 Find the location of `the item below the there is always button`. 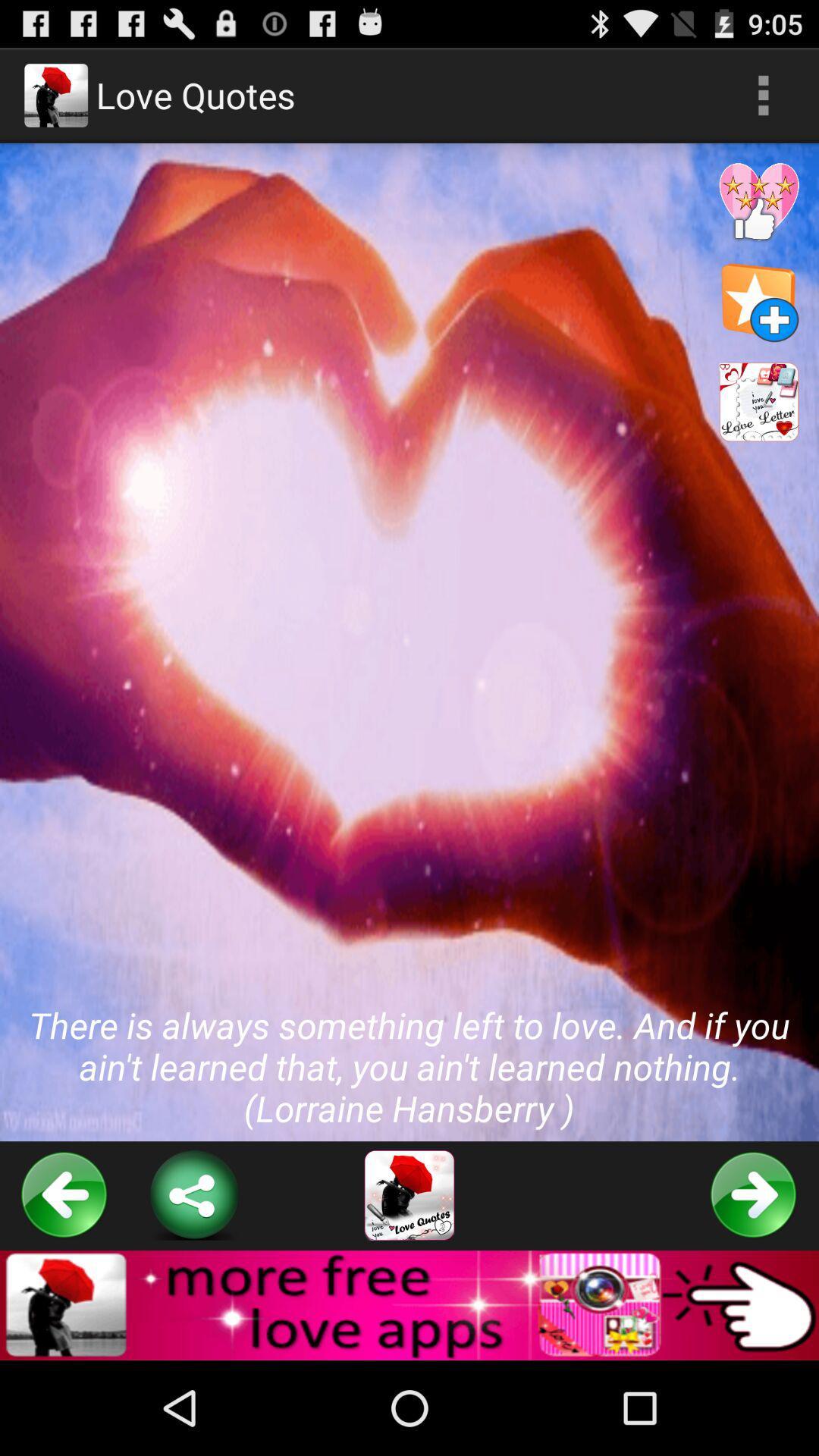

the item below the there is always button is located at coordinates (64, 1194).